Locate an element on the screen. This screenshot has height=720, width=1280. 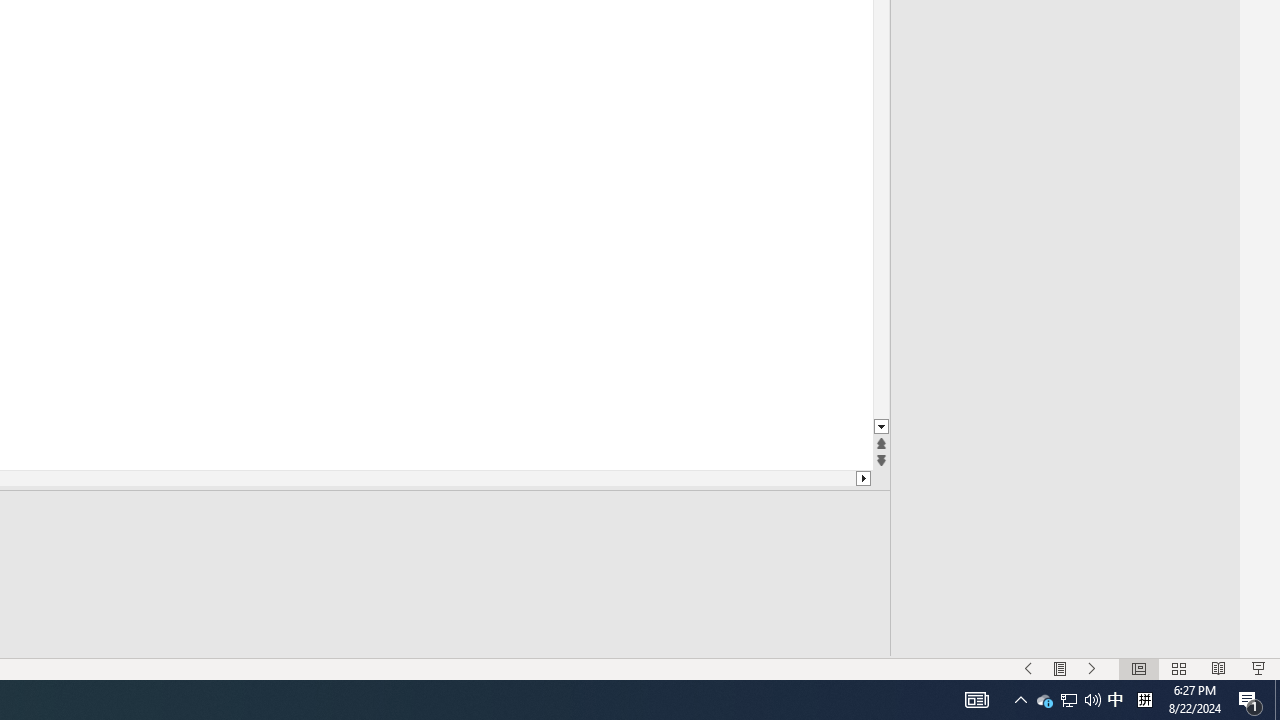
'Slide Show Next On' is located at coordinates (1091, 669).